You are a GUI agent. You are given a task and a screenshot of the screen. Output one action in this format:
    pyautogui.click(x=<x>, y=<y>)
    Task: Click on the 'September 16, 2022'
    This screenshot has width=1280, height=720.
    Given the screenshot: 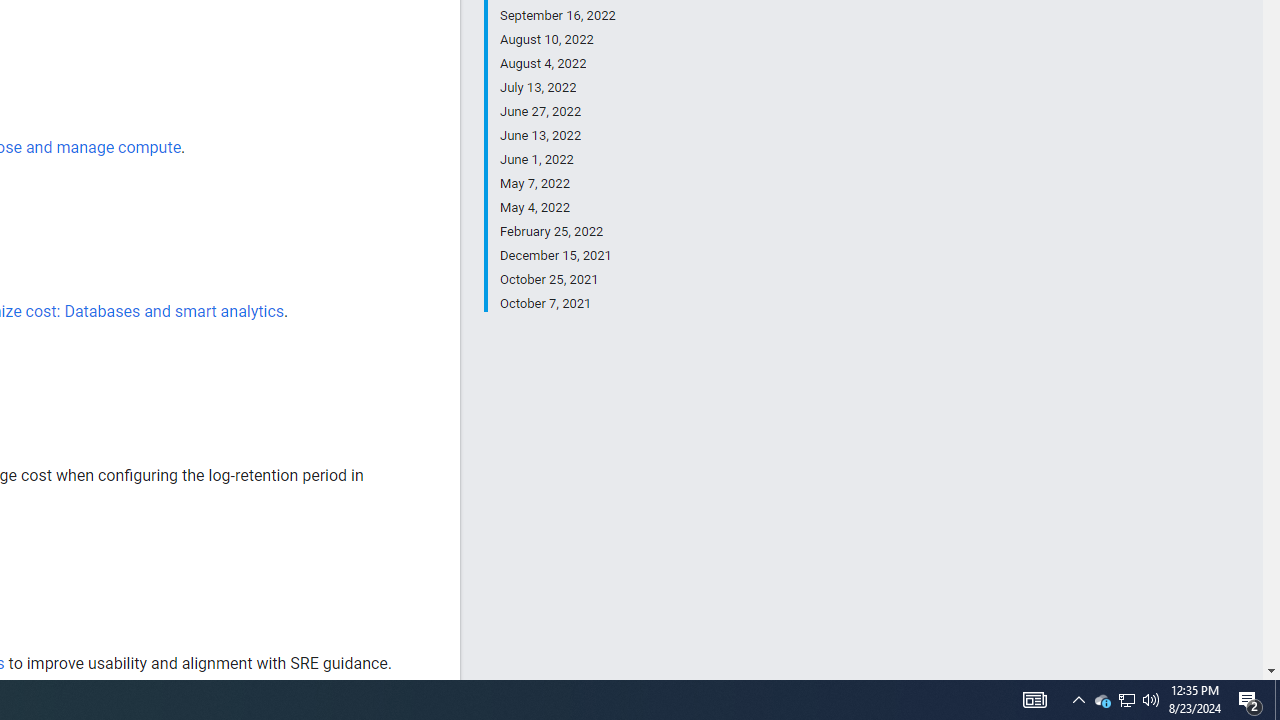 What is the action you would take?
    pyautogui.click(x=557, y=16)
    